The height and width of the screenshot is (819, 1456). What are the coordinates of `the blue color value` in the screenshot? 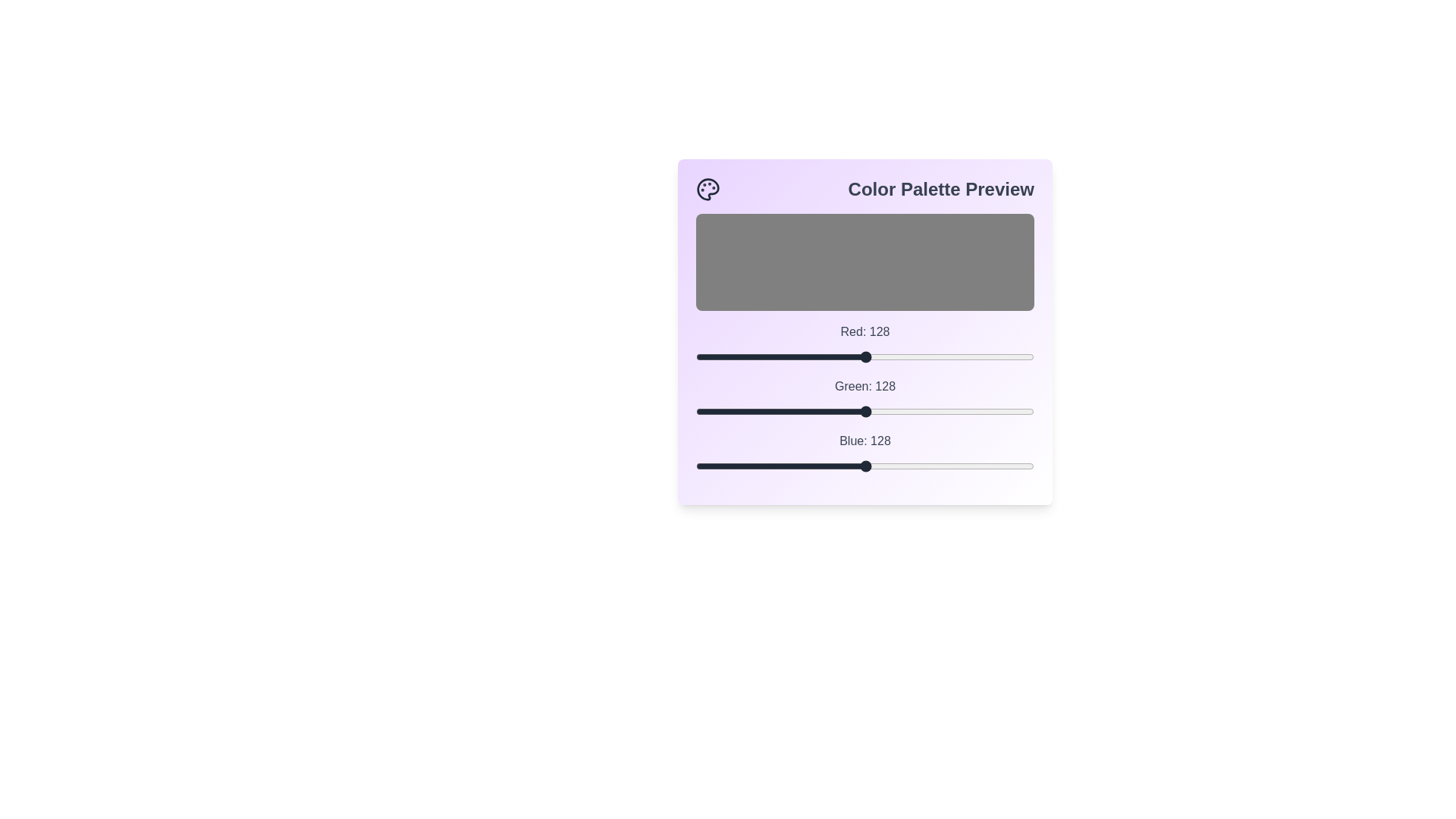 It's located at (699, 465).